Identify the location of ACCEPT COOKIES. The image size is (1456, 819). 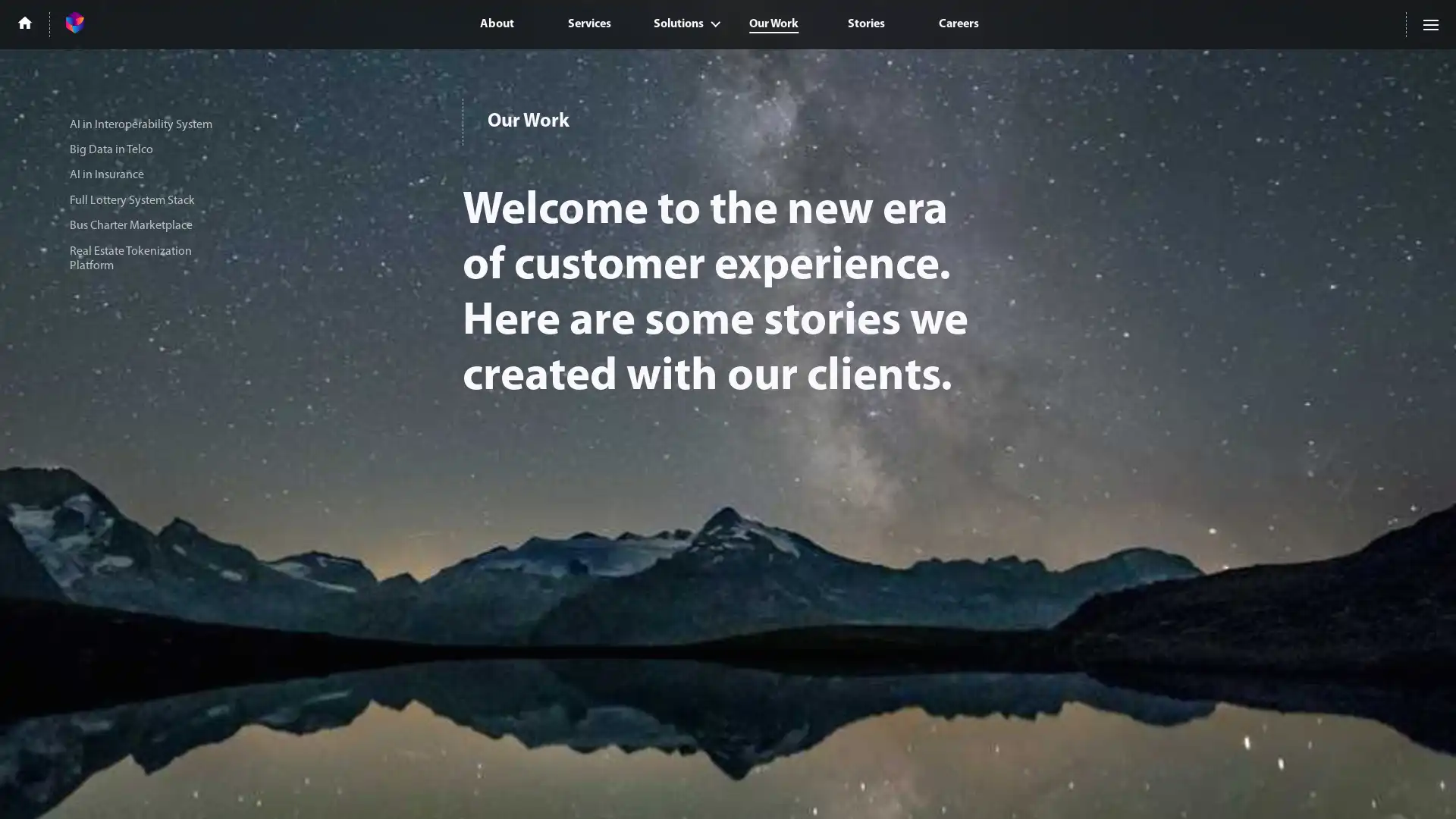
(1245, 786).